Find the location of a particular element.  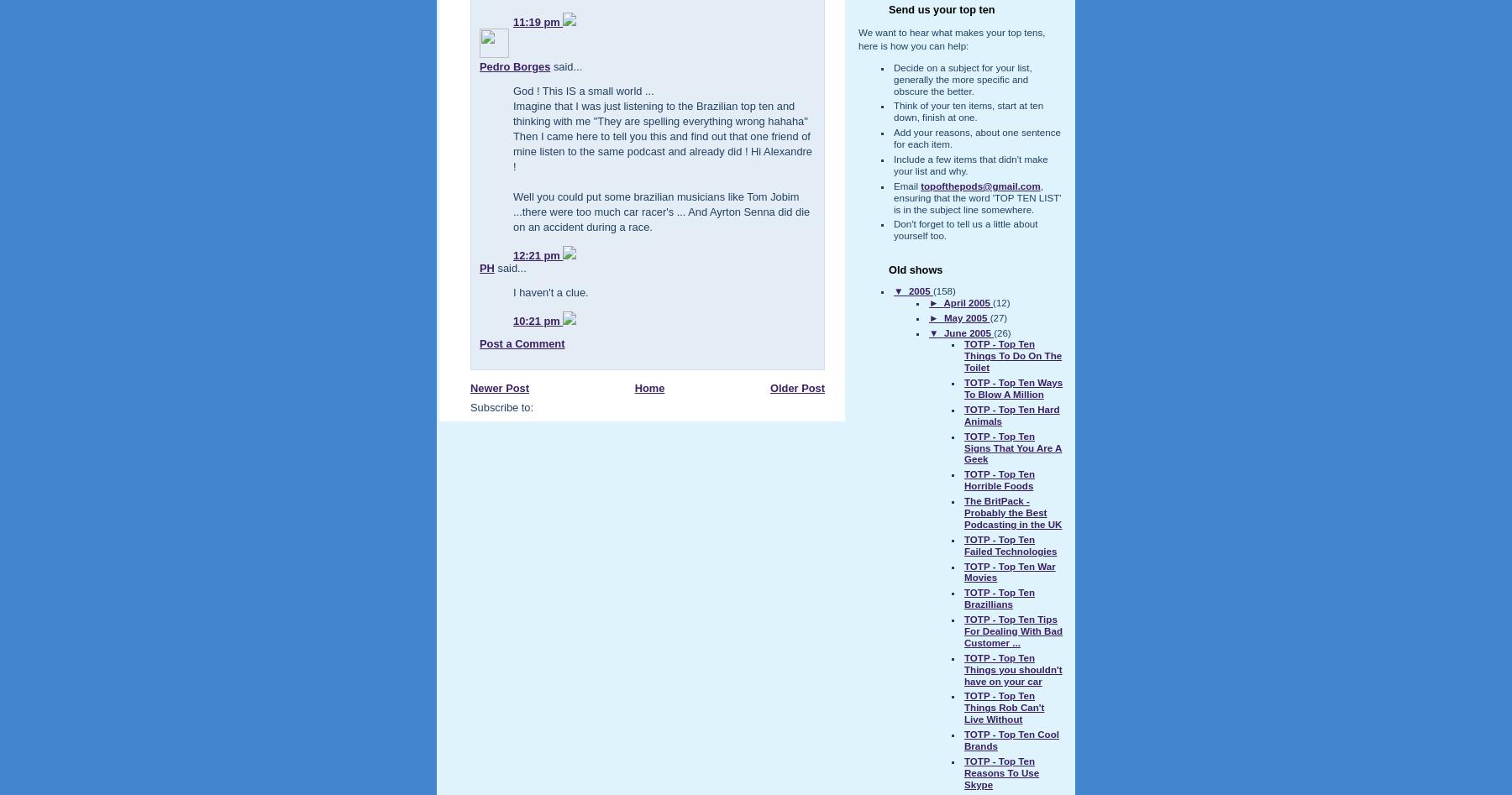

'May 2005' is located at coordinates (943, 316).